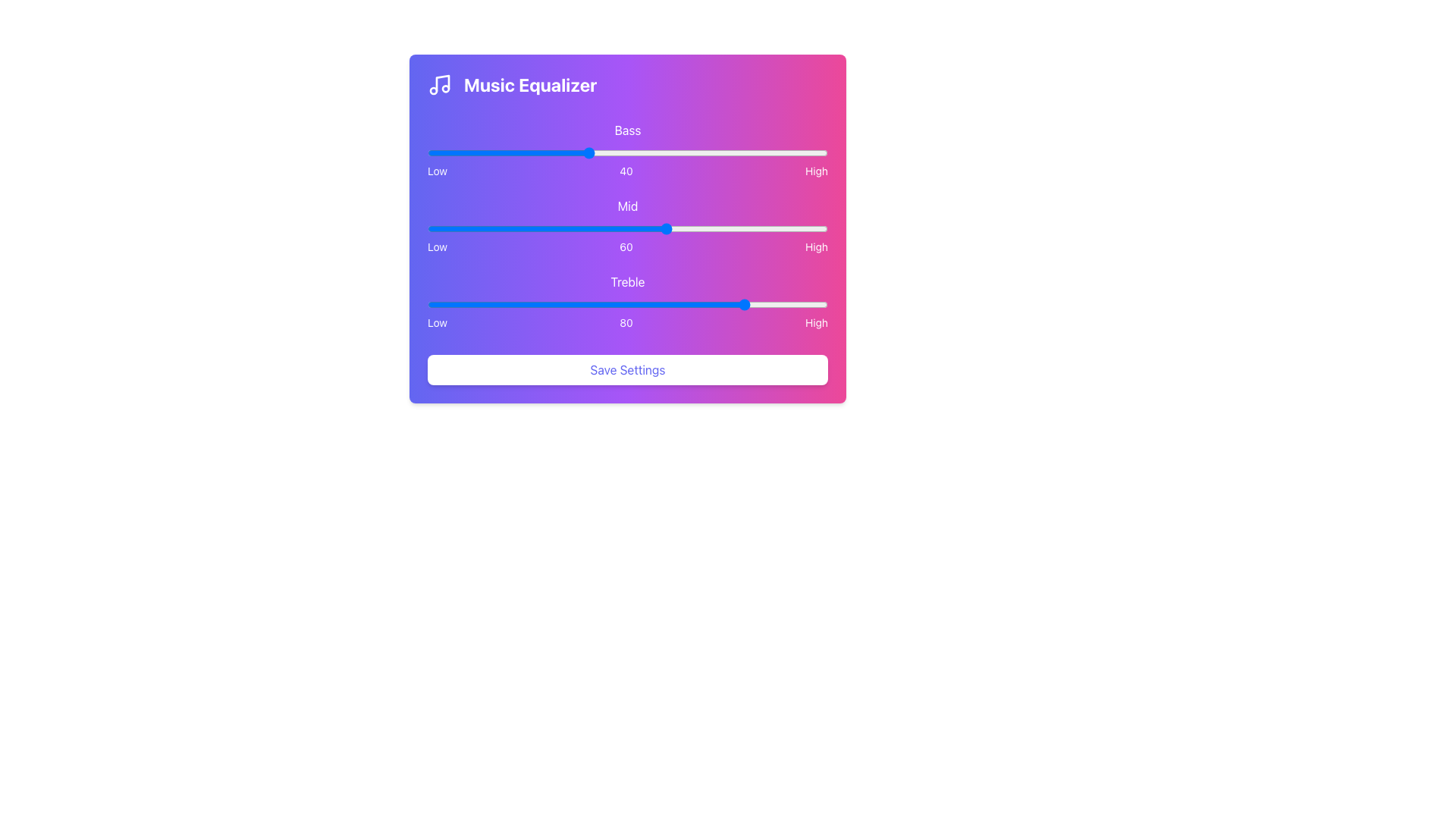  I want to click on the bass level, so click(516, 152).